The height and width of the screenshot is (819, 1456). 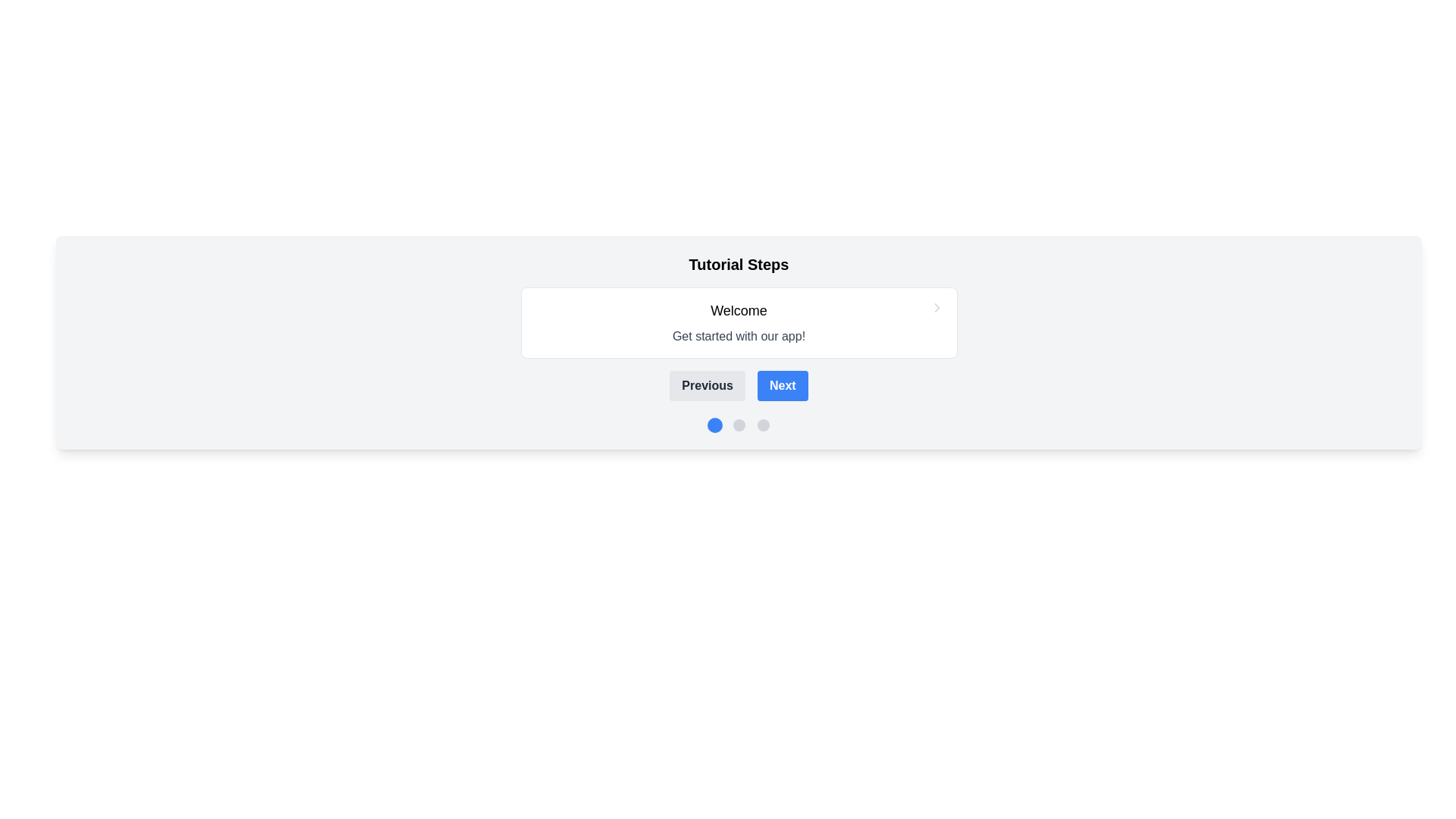 I want to click on the third circular Interactive Indicator dot located in the footer navigation, so click(x=763, y=425).